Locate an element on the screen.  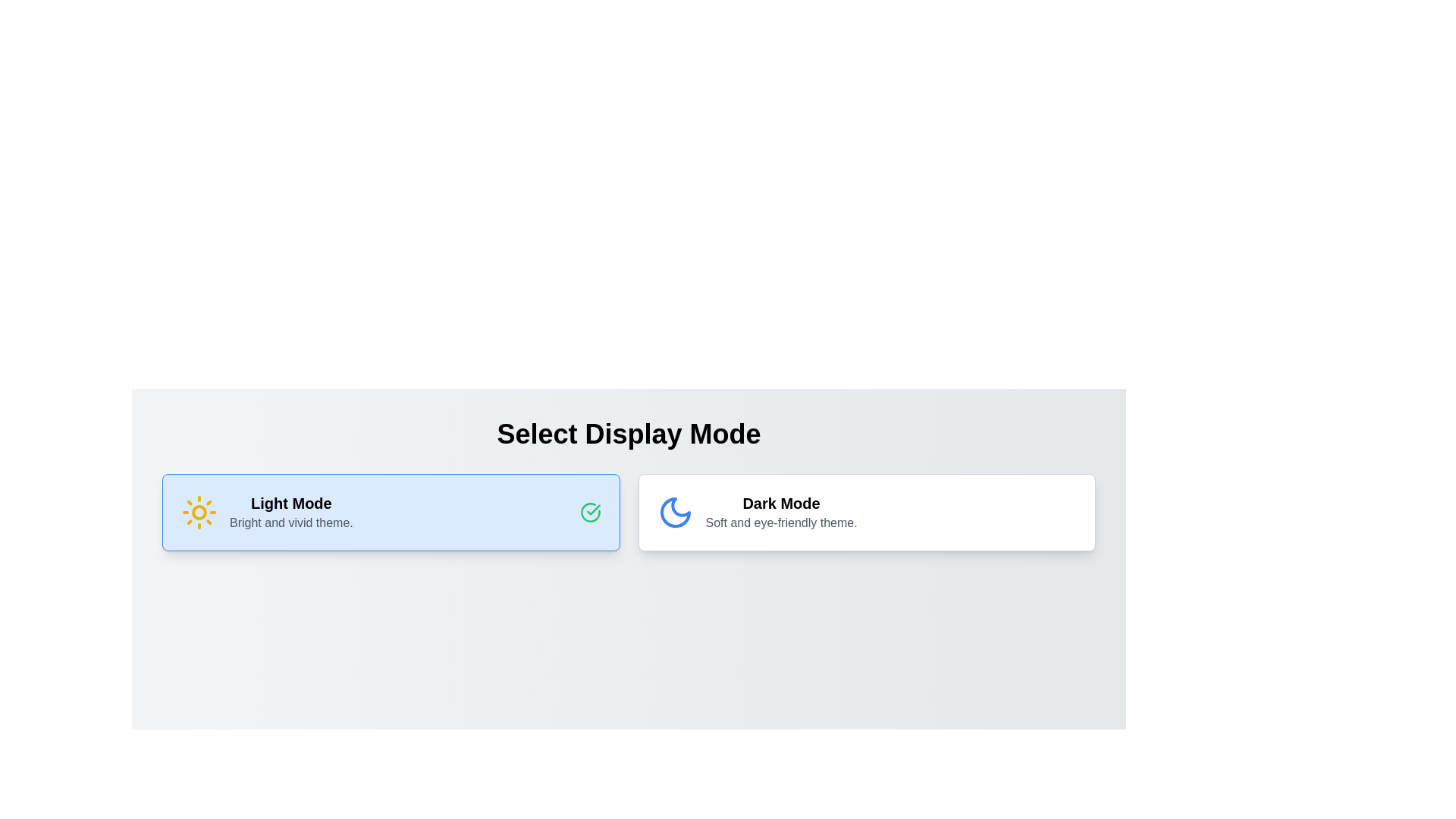
the 'Light Mode' text label located inside the leftmost selection box under the 'Select Display Mode' heading, adjacent to the sun icon is located at coordinates (291, 512).